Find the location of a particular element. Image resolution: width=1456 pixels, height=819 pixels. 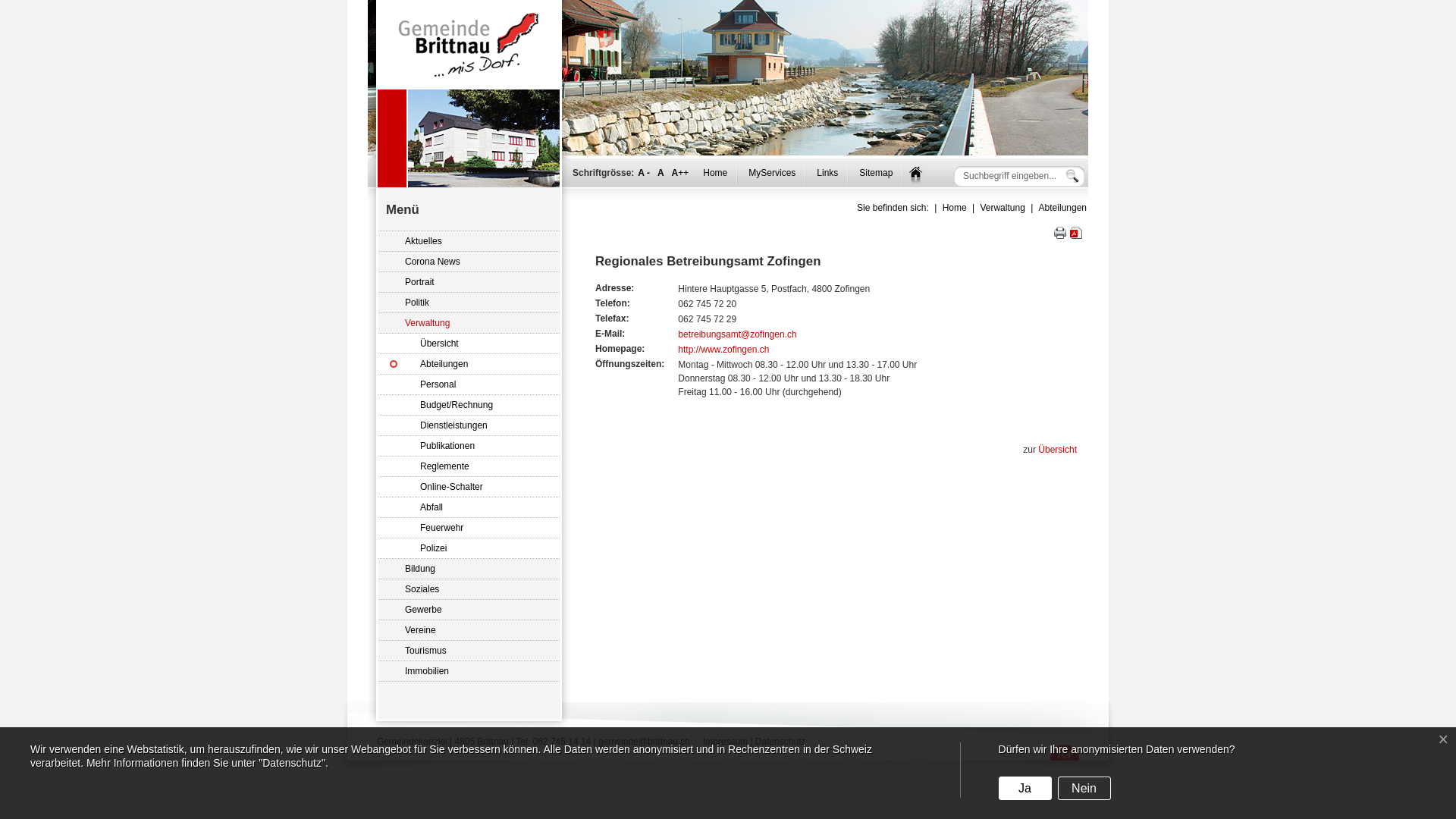

'betreibungsamt@zofingen.ch' is located at coordinates (736, 333).